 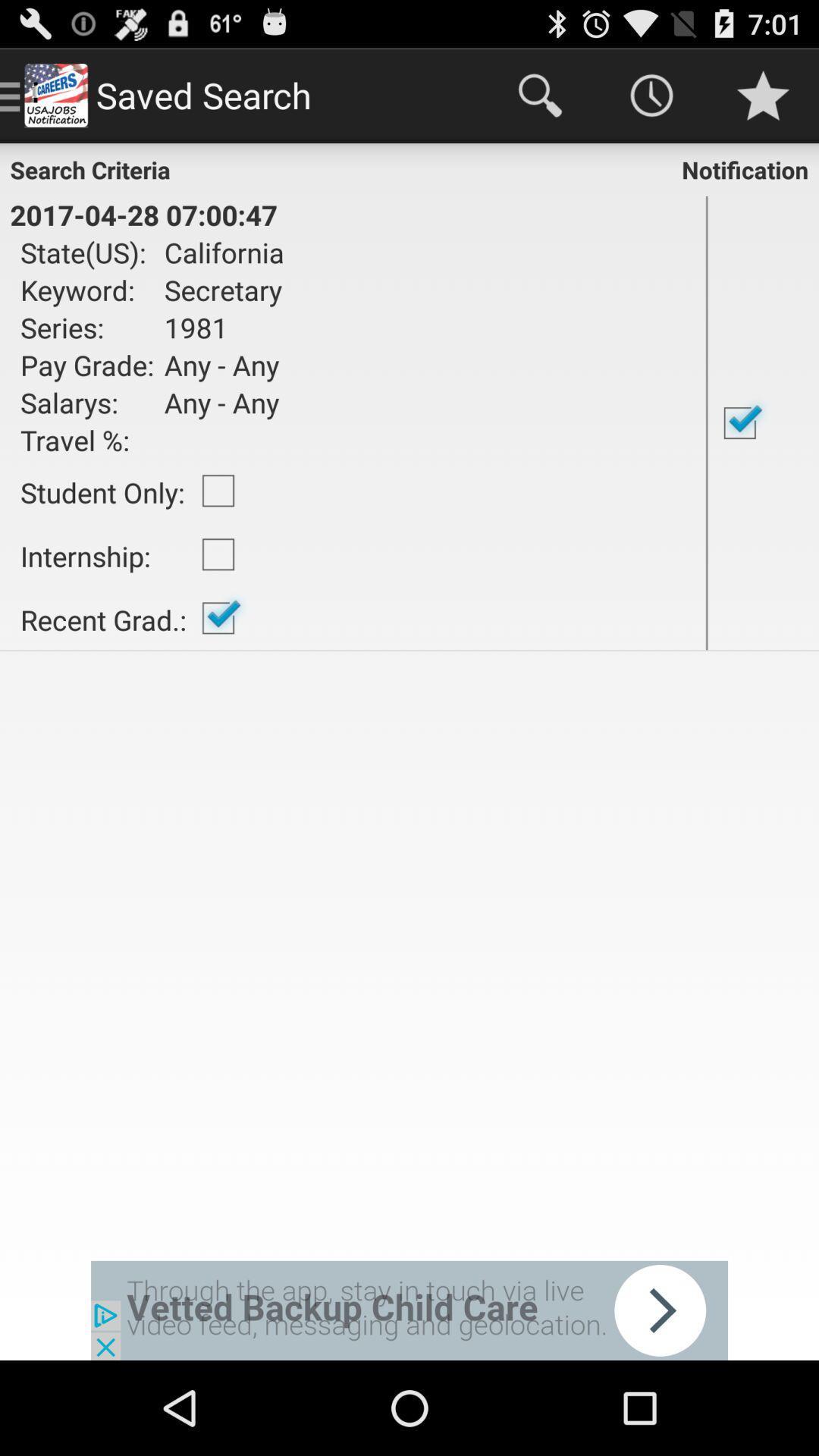 What do you see at coordinates (87, 327) in the screenshot?
I see `item next to the secretary app` at bounding box center [87, 327].